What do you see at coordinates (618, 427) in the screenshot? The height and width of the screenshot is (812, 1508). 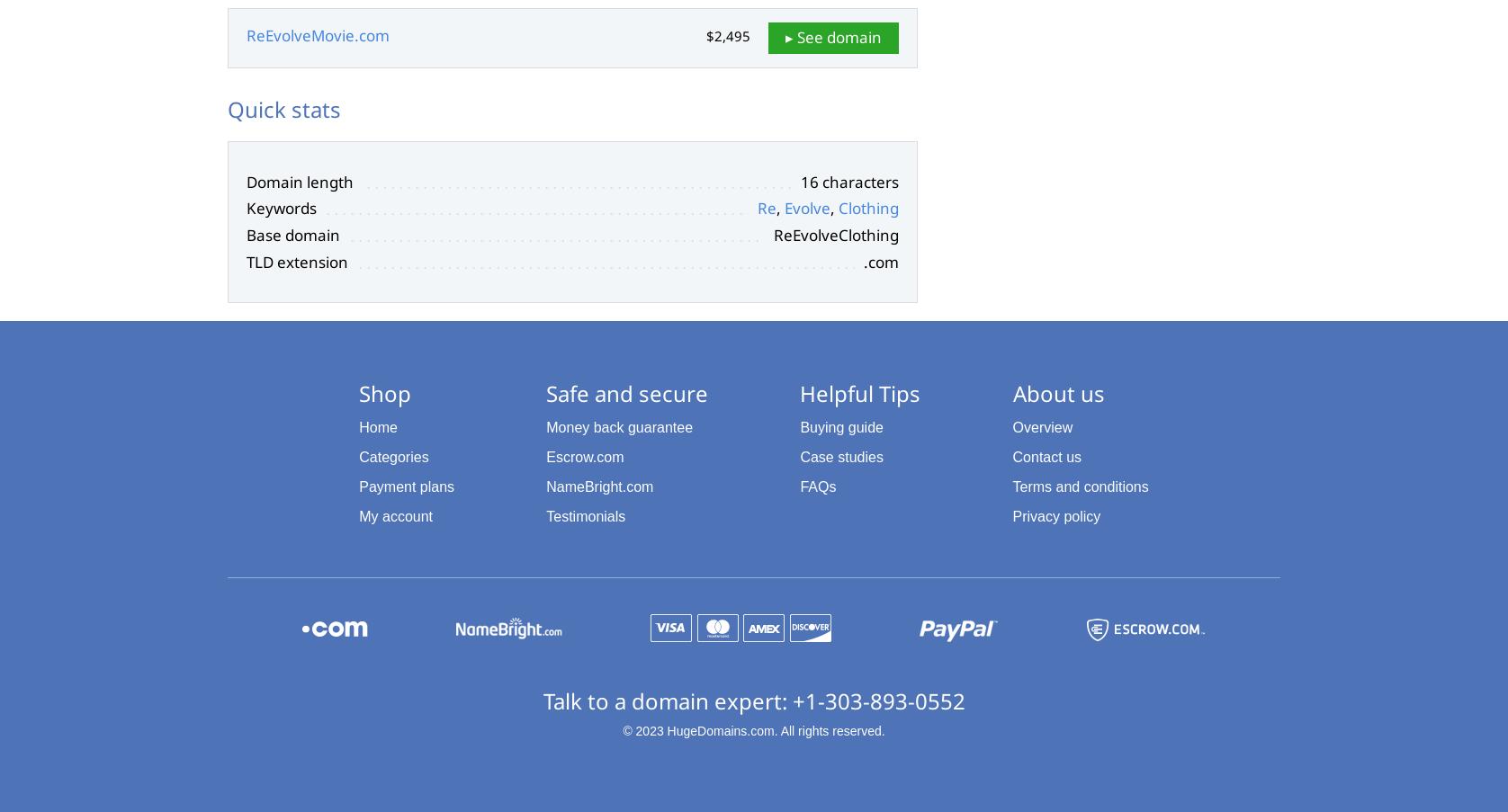 I see `'Money back guarantee'` at bounding box center [618, 427].